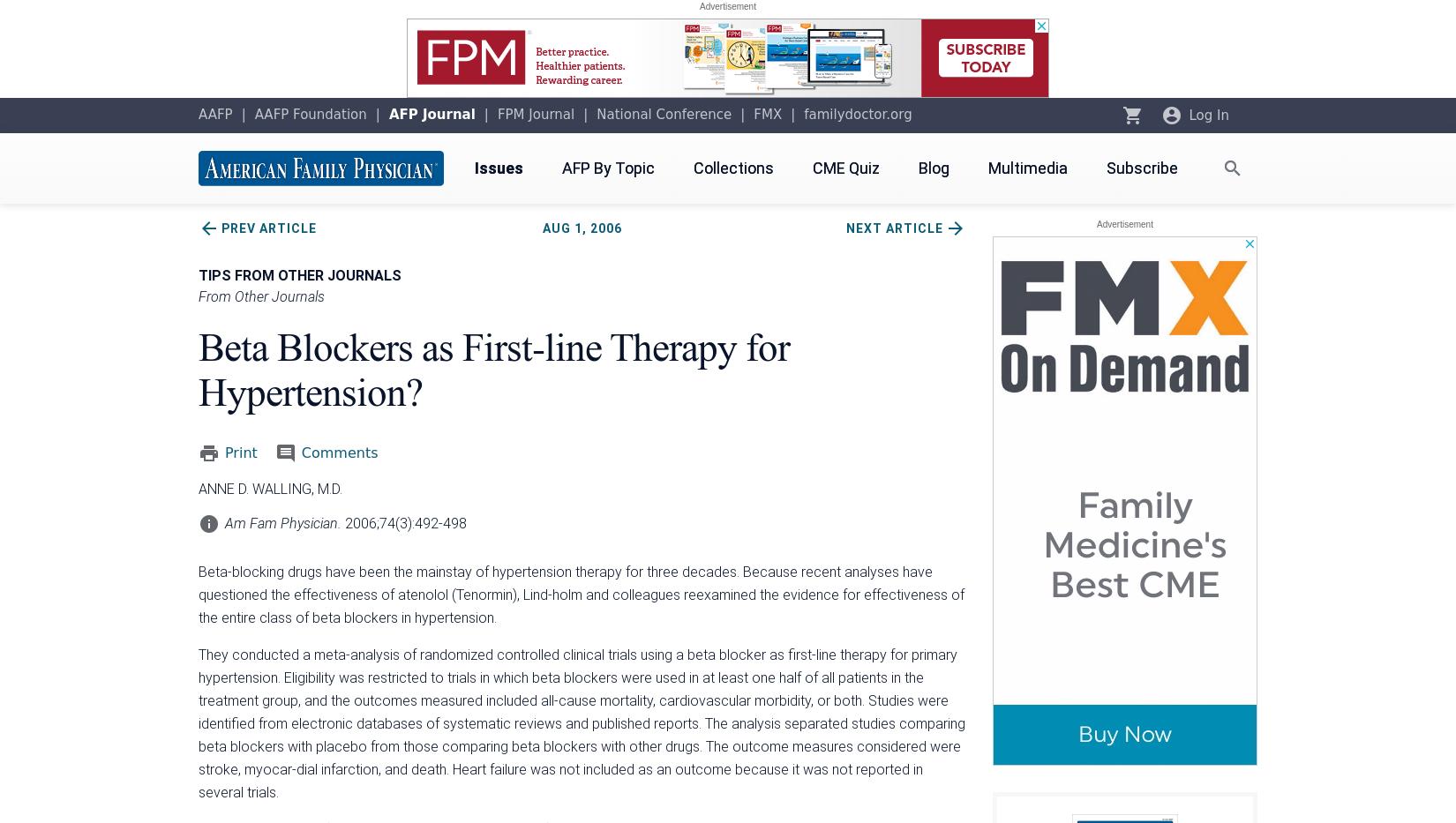  Describe the element at coordinates (1123, 533) in the screenshot. I see `'AFP Email Alerts'` at that location.